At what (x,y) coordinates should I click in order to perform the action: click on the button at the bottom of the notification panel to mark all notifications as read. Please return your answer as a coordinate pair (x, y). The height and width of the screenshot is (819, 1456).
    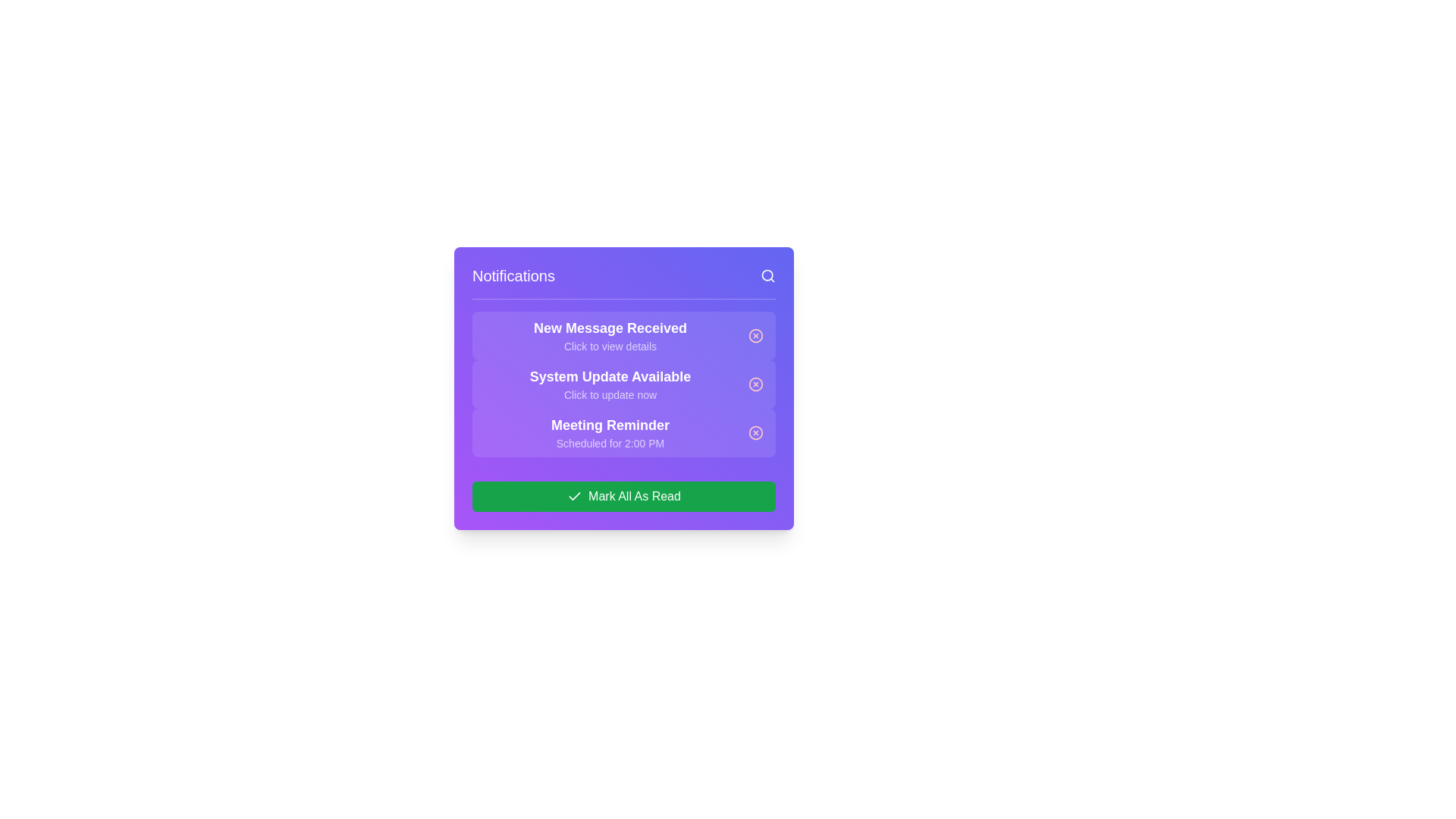
    Looking at the image, I should click on (623, 497).